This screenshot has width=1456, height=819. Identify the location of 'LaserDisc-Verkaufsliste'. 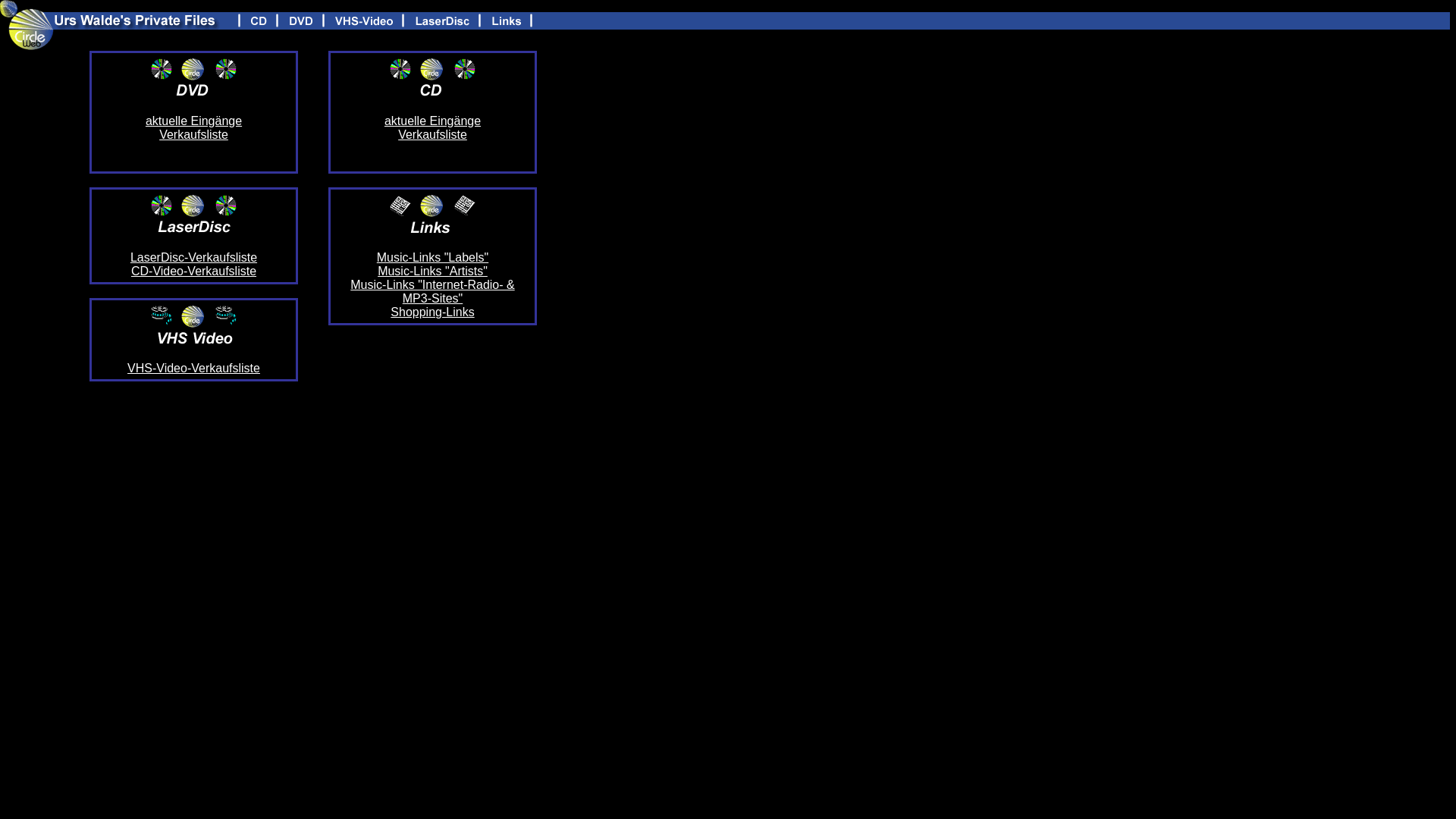
(193, 256).